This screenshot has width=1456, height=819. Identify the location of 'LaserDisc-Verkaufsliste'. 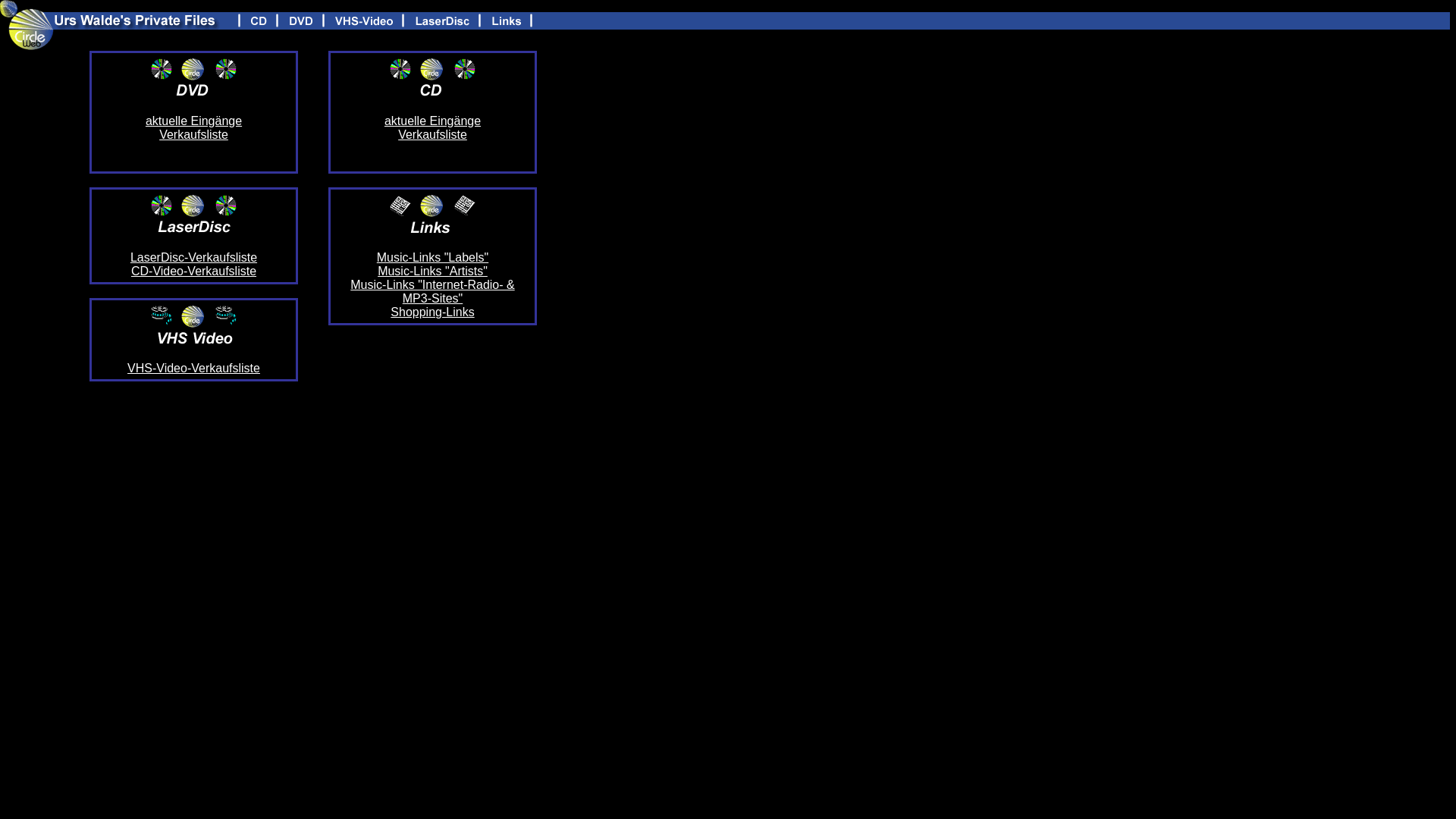
(193, 256).